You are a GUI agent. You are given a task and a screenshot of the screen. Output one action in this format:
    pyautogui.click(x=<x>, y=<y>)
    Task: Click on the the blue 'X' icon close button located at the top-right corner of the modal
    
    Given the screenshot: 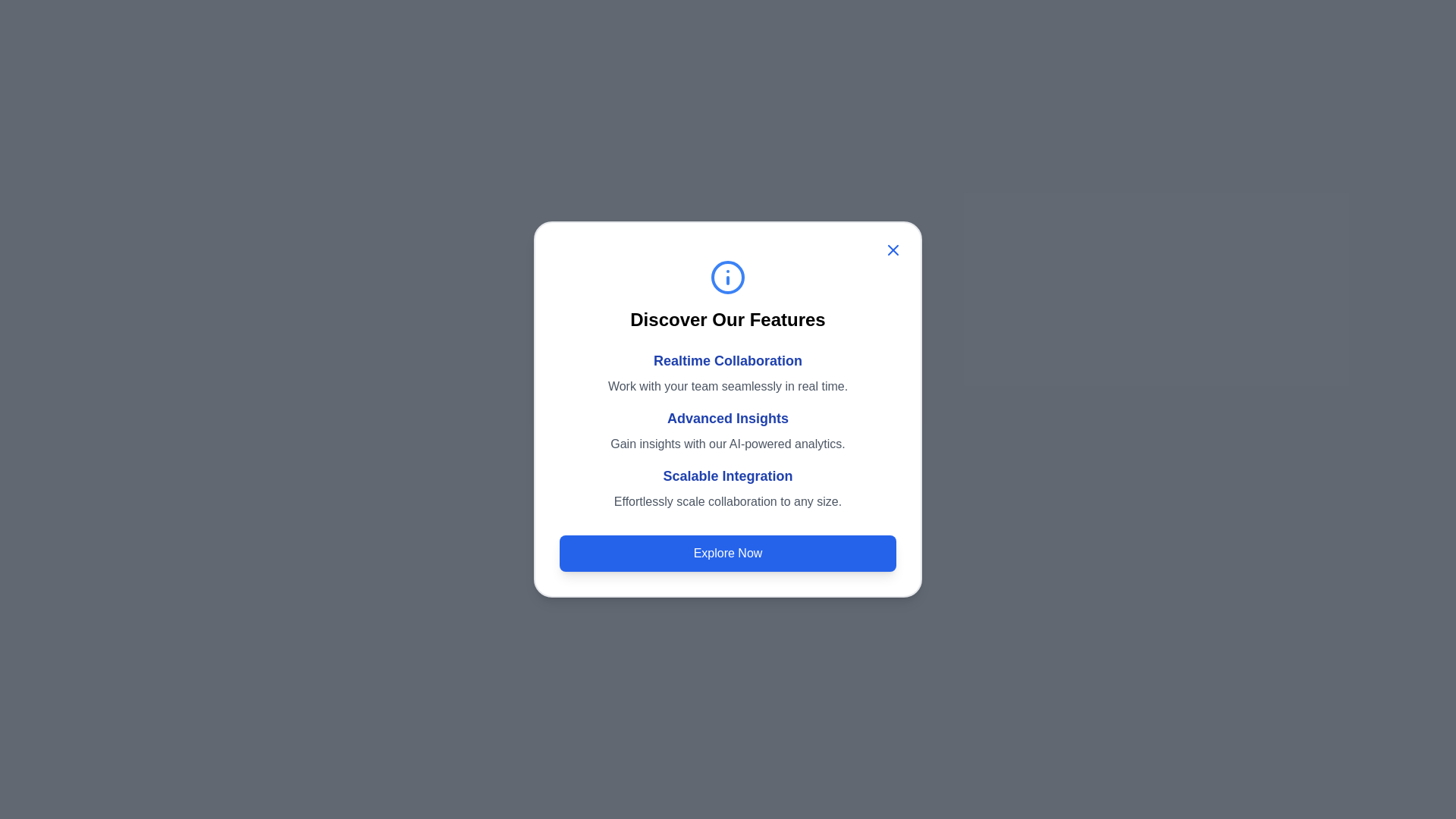 What is the action you would take?
    pyautogui.click(x=893, y=249)
    